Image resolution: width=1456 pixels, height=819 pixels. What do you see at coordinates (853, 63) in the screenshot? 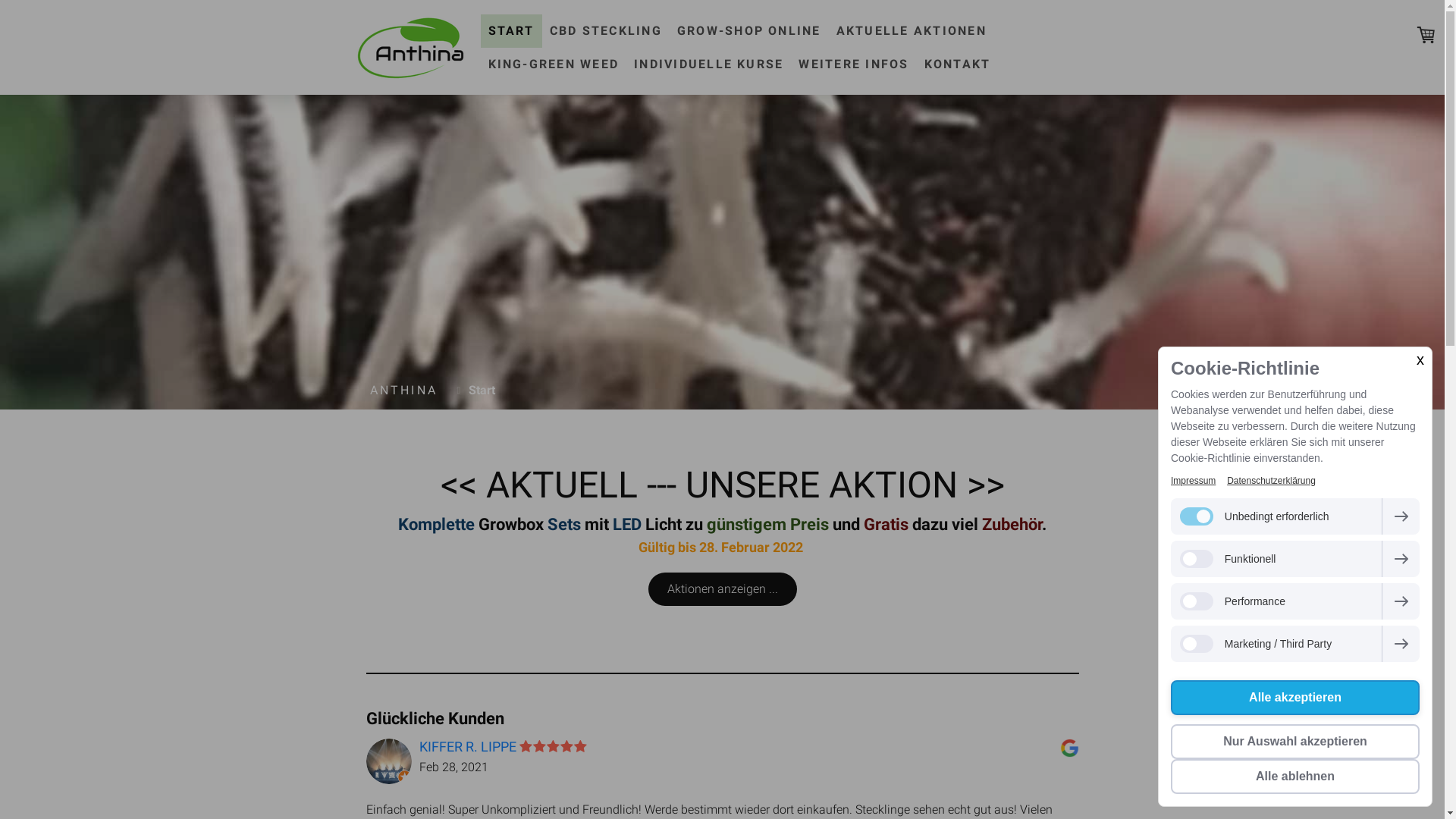
I see `'WEITERE INFOS'` at bounding box center [853, 63].